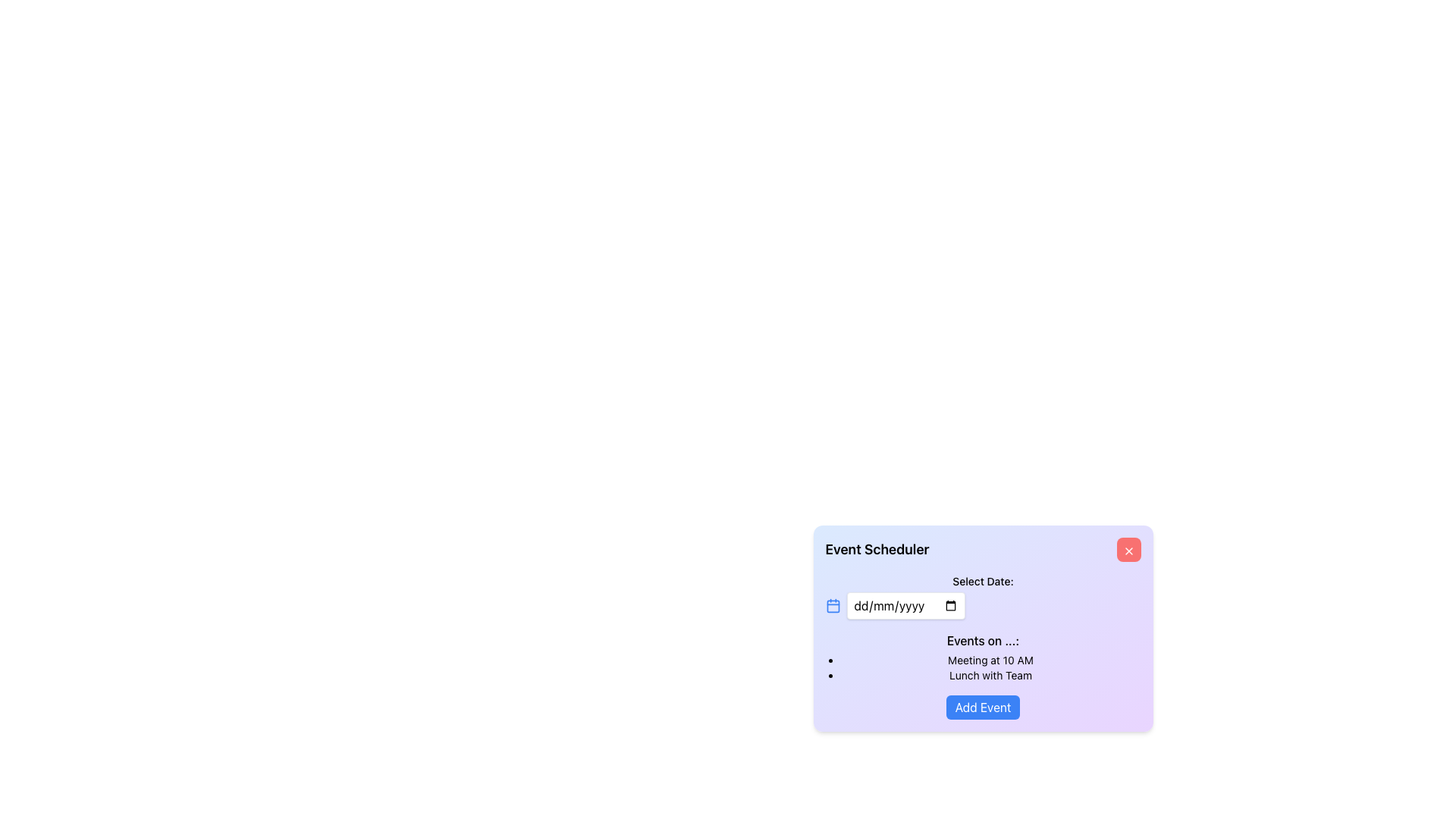 This screenshot has height=819, width=1456. I want to click on the 'Add Event' button located at the bottom of the 'Event Scheduler' dialog box, so click(983, 708).